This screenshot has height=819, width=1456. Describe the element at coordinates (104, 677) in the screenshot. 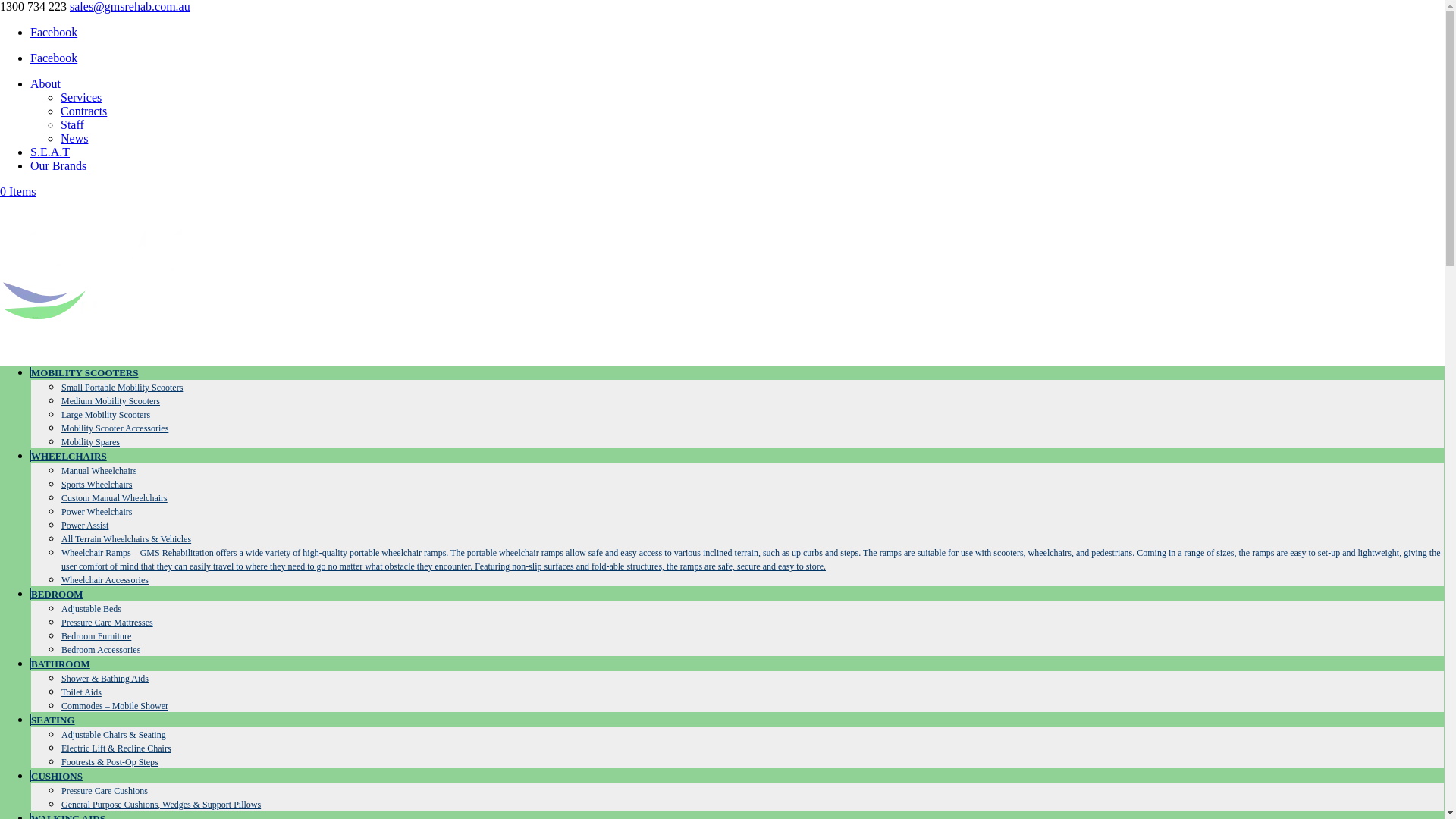

I see `'Shower & Bathing Aids'` at that location.